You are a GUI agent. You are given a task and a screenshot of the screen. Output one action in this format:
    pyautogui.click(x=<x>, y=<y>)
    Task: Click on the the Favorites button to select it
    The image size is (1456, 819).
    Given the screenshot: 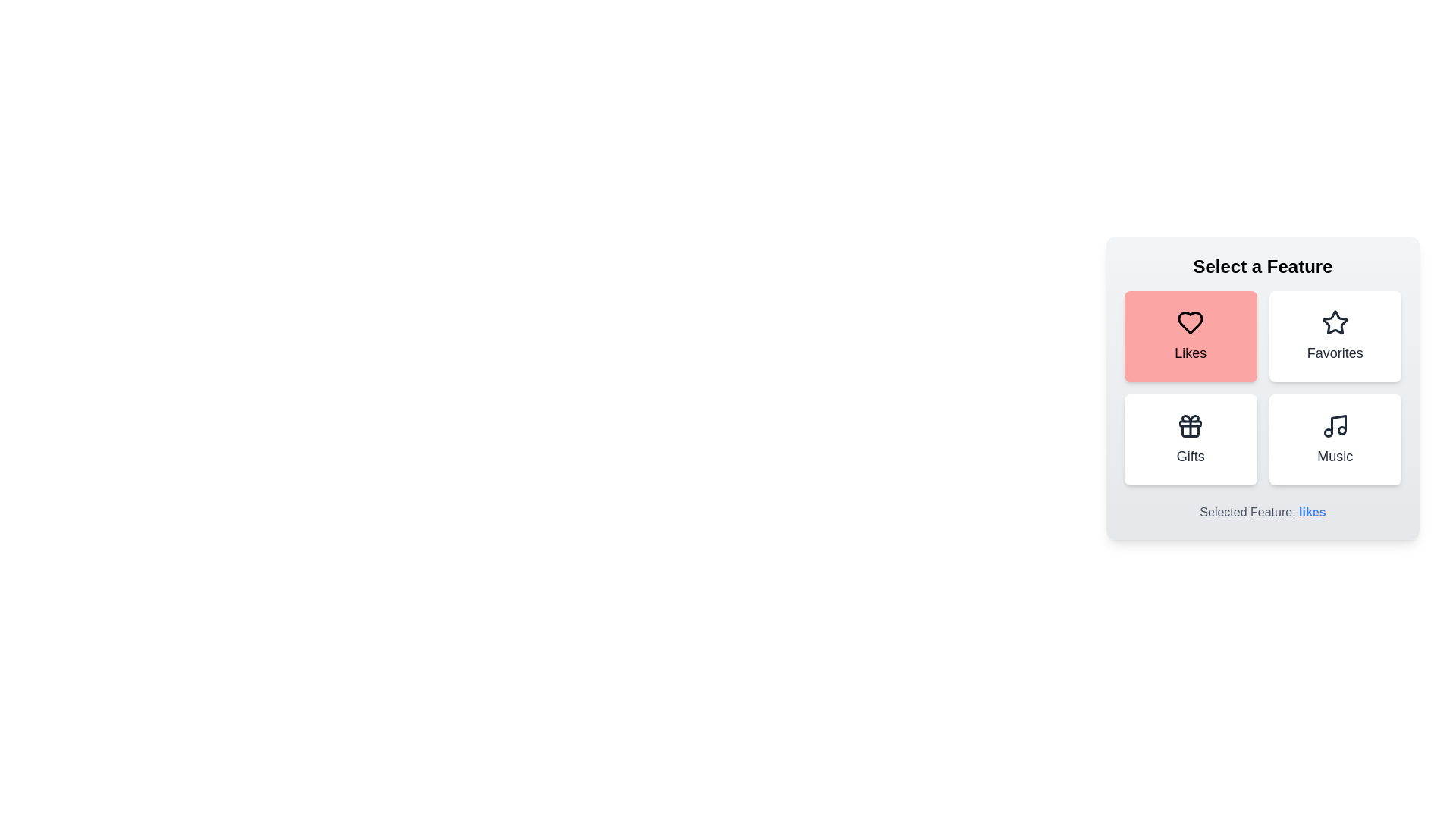 What is the action you would take?
    pyautogui.click(x=1335, y=335)
    